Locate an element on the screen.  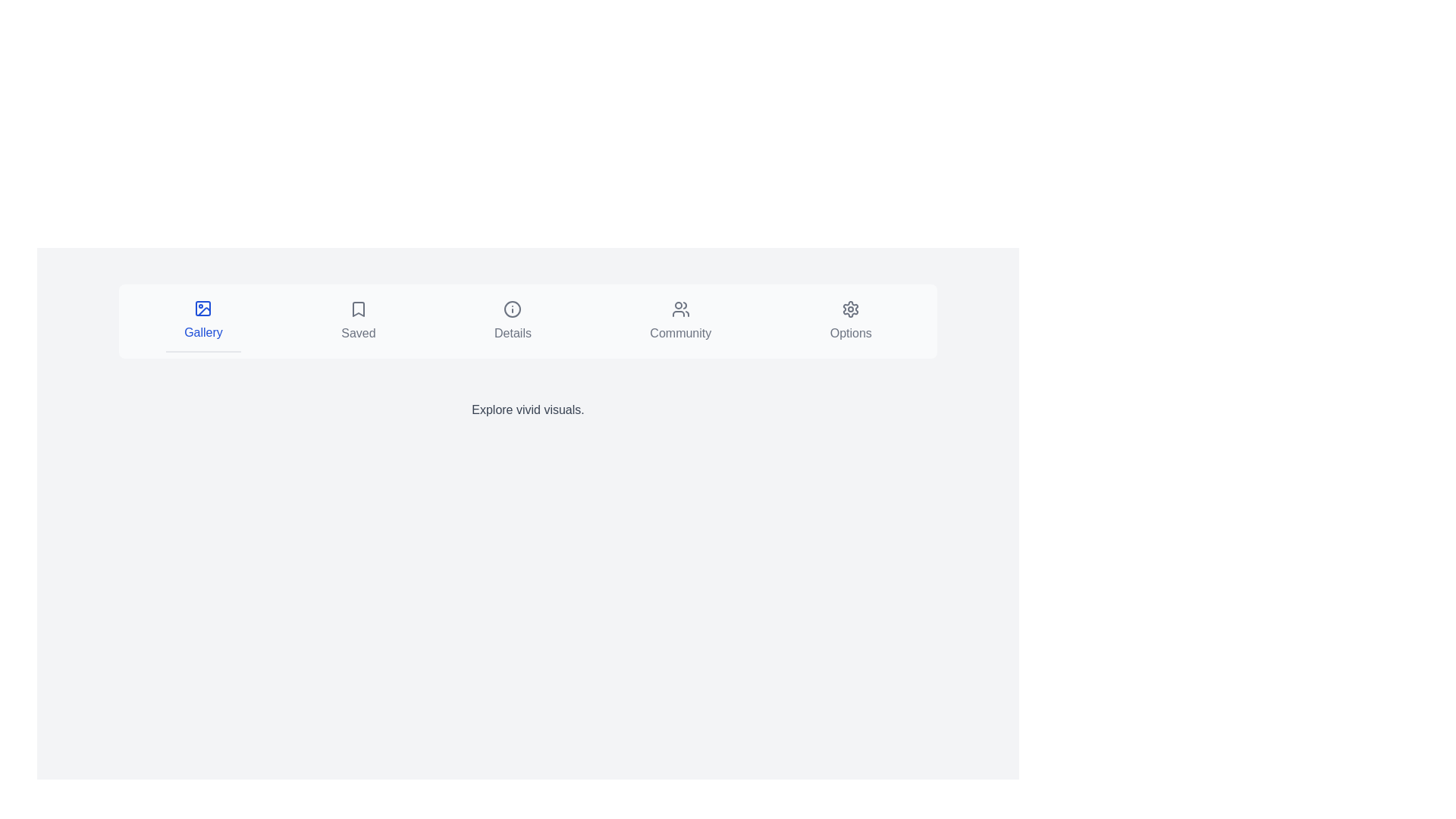
the tab labeled 'Community' to navigate to its content is located at coordinates (679, 321).